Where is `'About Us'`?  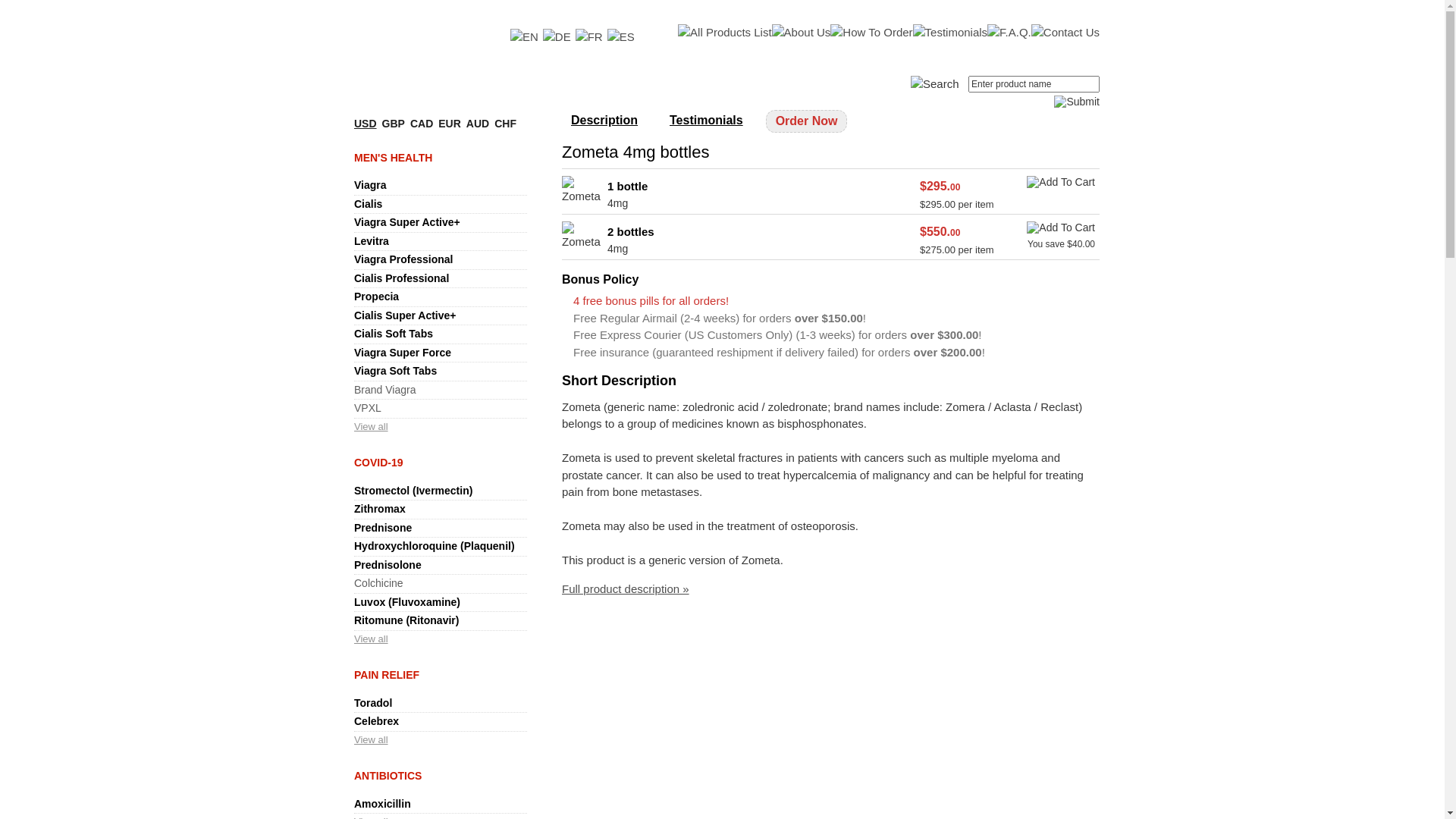 'About Us' is located at coordinates (800, 33).